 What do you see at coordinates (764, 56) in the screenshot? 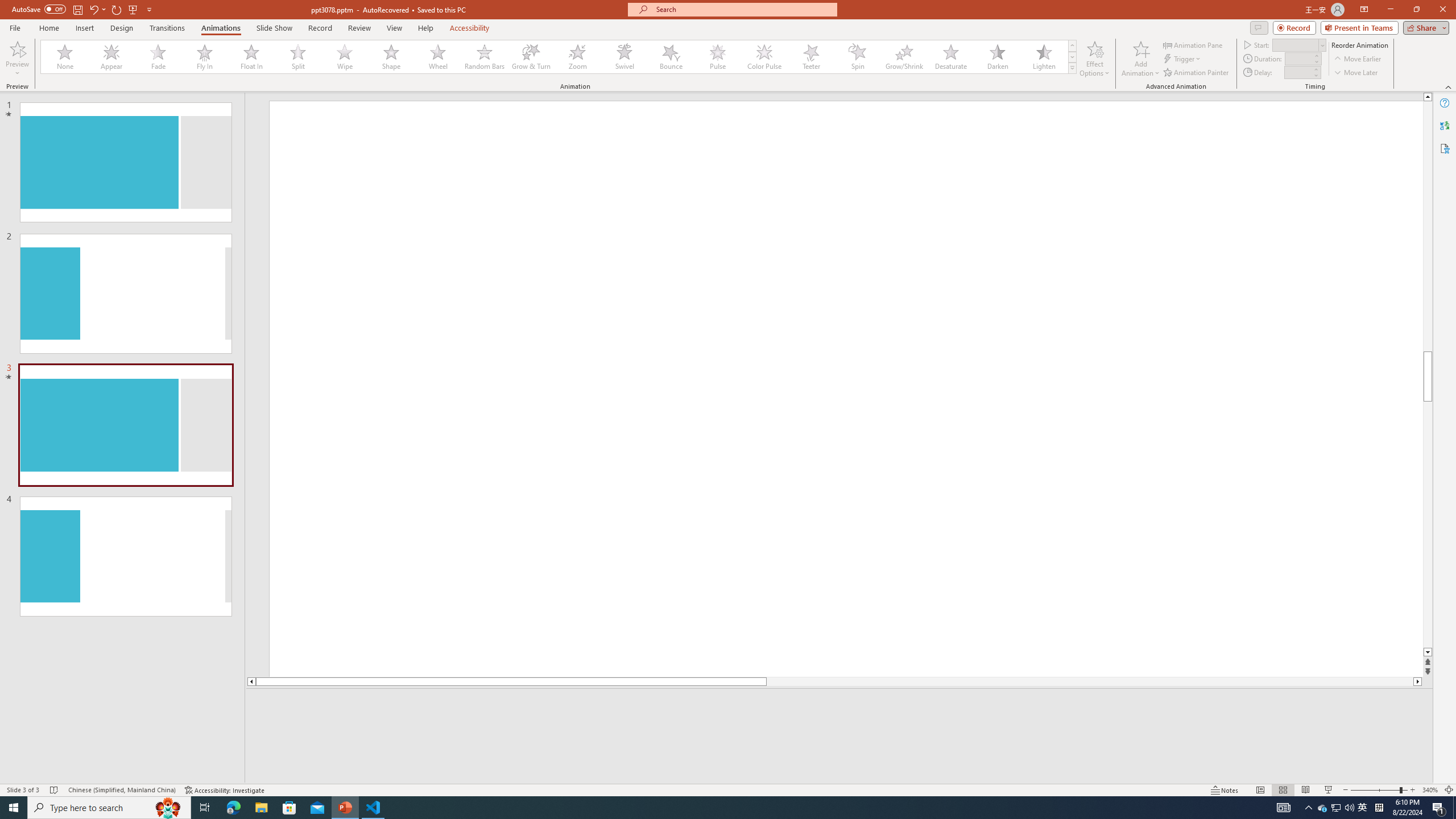
I see `'Color Pulse'` at bounding box center [764, 56].